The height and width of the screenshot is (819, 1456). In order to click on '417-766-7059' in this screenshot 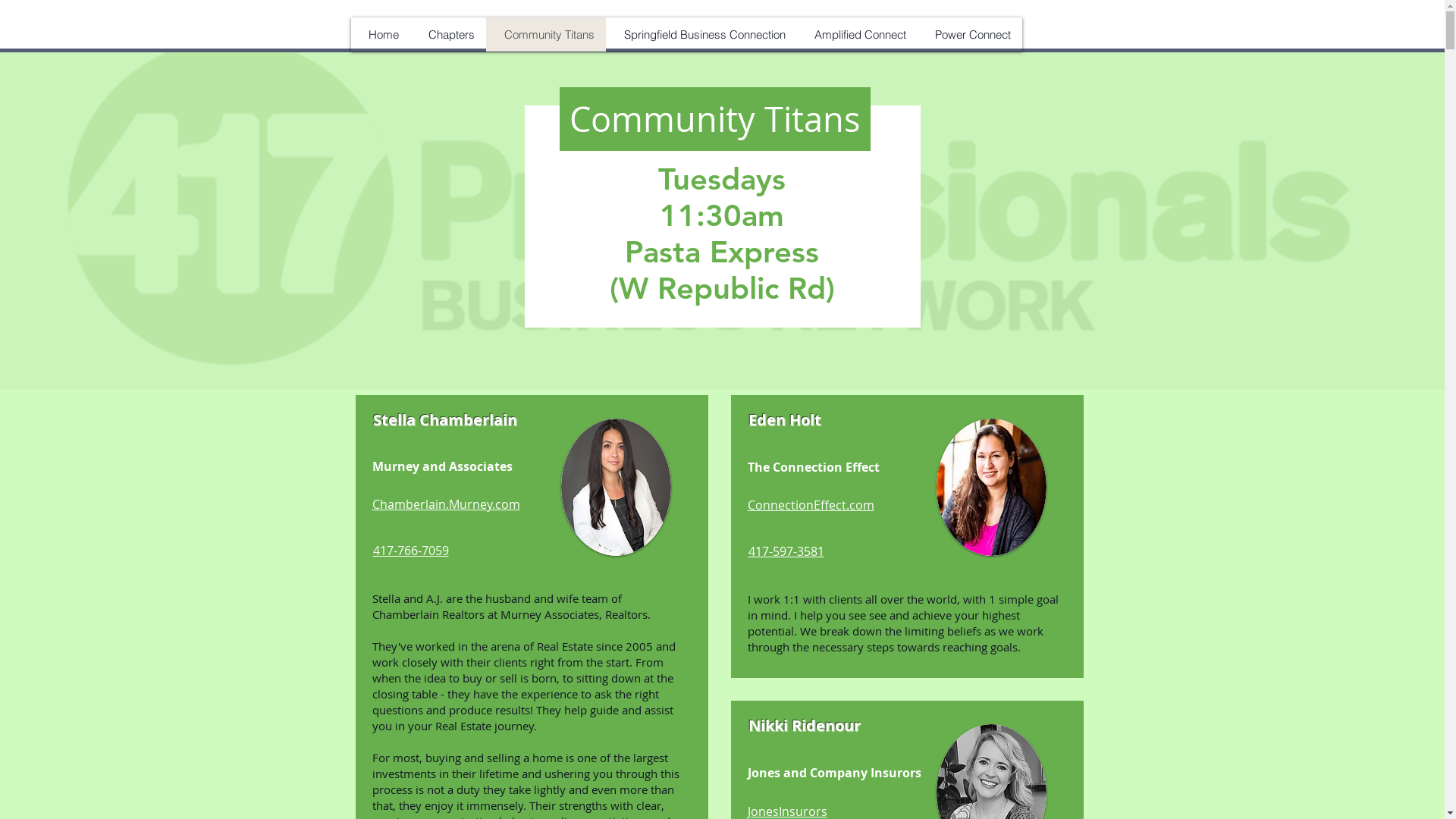, I will do `click(411, 550)`.